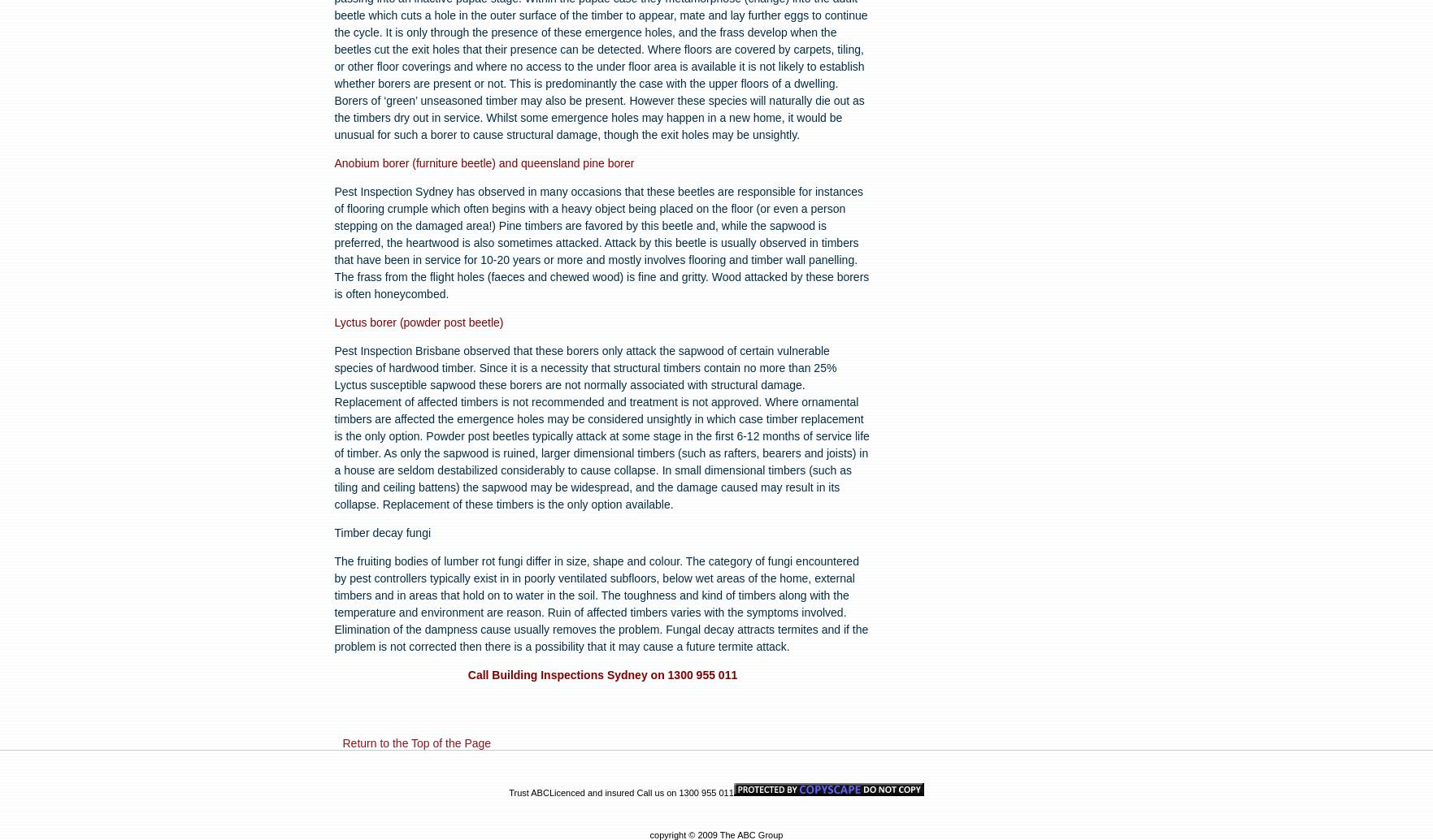 The height and width of the screenshot is (840, 1433). What do you see at coordinates (382, 532) in the screenshot?
I see `'Timber decay fungi'` at bounding box center [382, 532].